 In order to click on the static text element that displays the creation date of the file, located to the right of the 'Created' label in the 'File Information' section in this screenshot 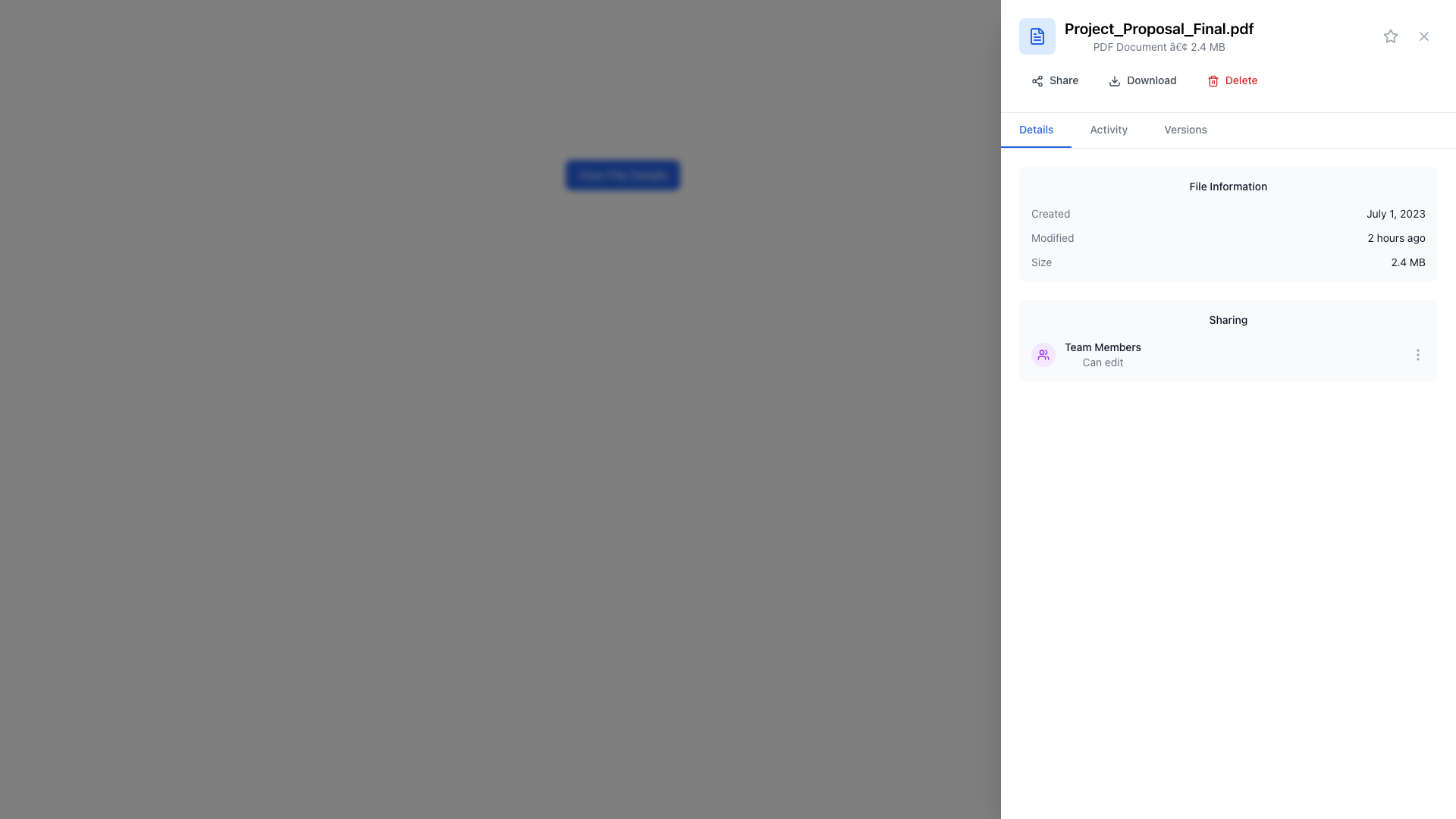, I will do `click(1395, 213)`.